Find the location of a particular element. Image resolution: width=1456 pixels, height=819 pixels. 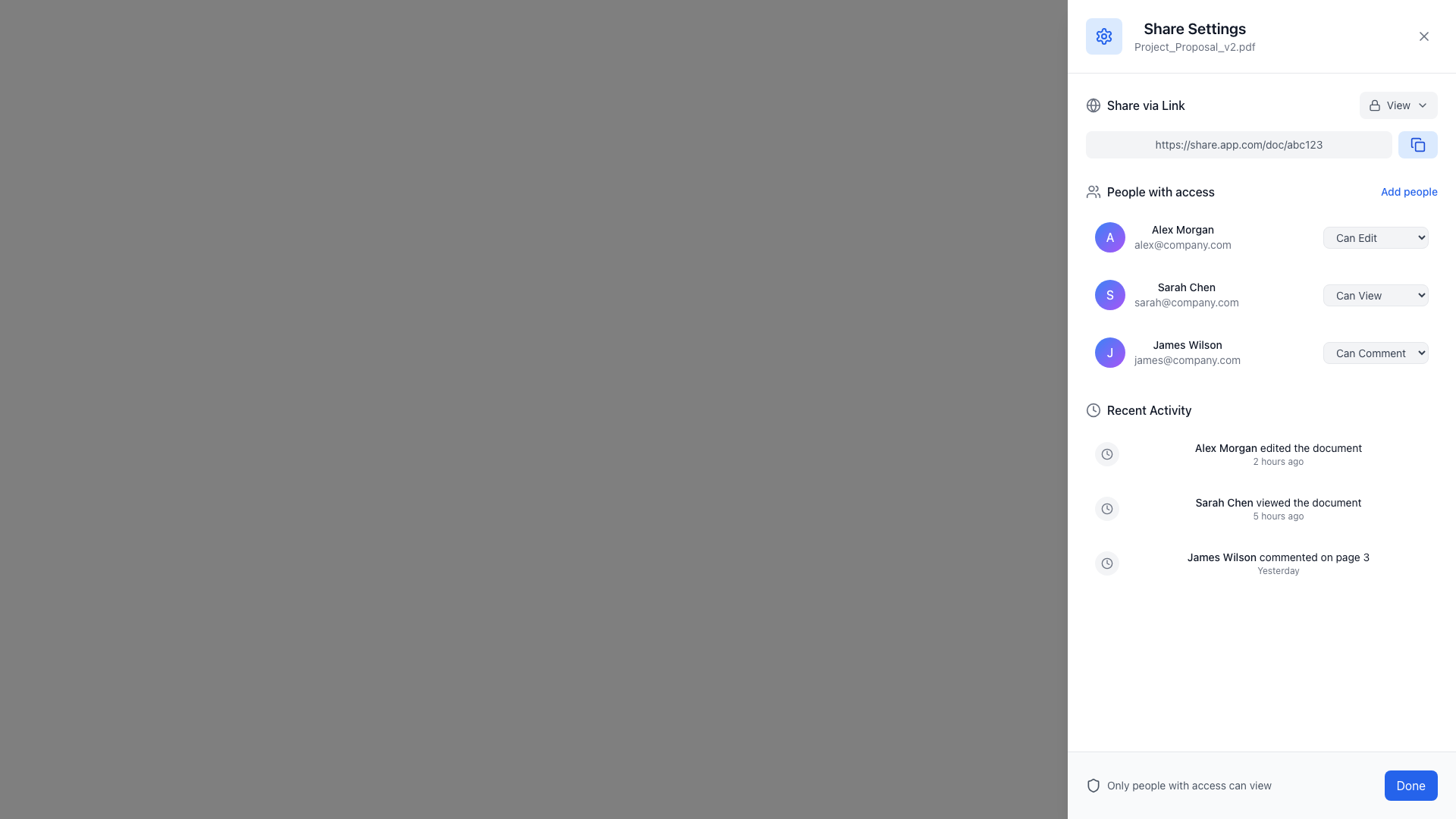

the Text Display element that shows a shareable link, located in the 'Share via Link' section, below the title and to the left of the copy icon is located at coordinates (1262, 145).